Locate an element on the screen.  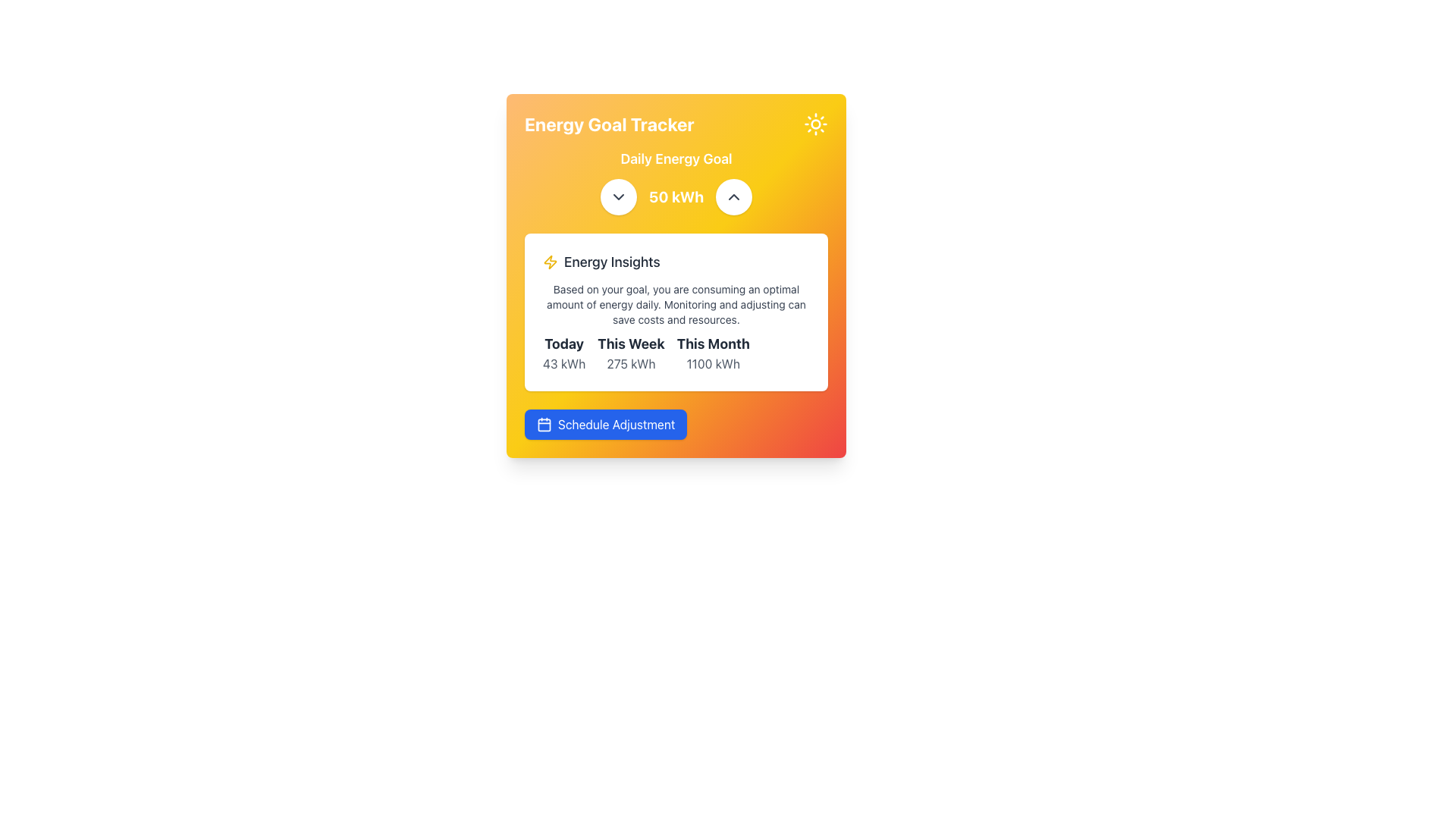
the Text display element that shows '50 kWh' in a bold white font against an orange background, which is centrally placed between two circular buttons is located at coordinates (676, 196).